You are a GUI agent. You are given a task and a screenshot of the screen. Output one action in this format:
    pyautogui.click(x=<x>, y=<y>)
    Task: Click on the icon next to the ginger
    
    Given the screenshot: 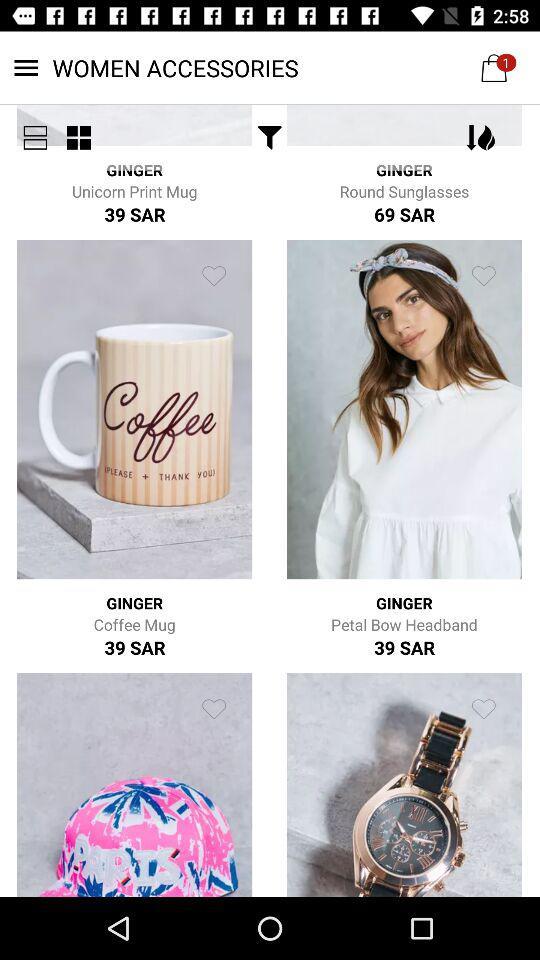 What is the action you would take?
    pyautogui.click(x=269, y=136)
    